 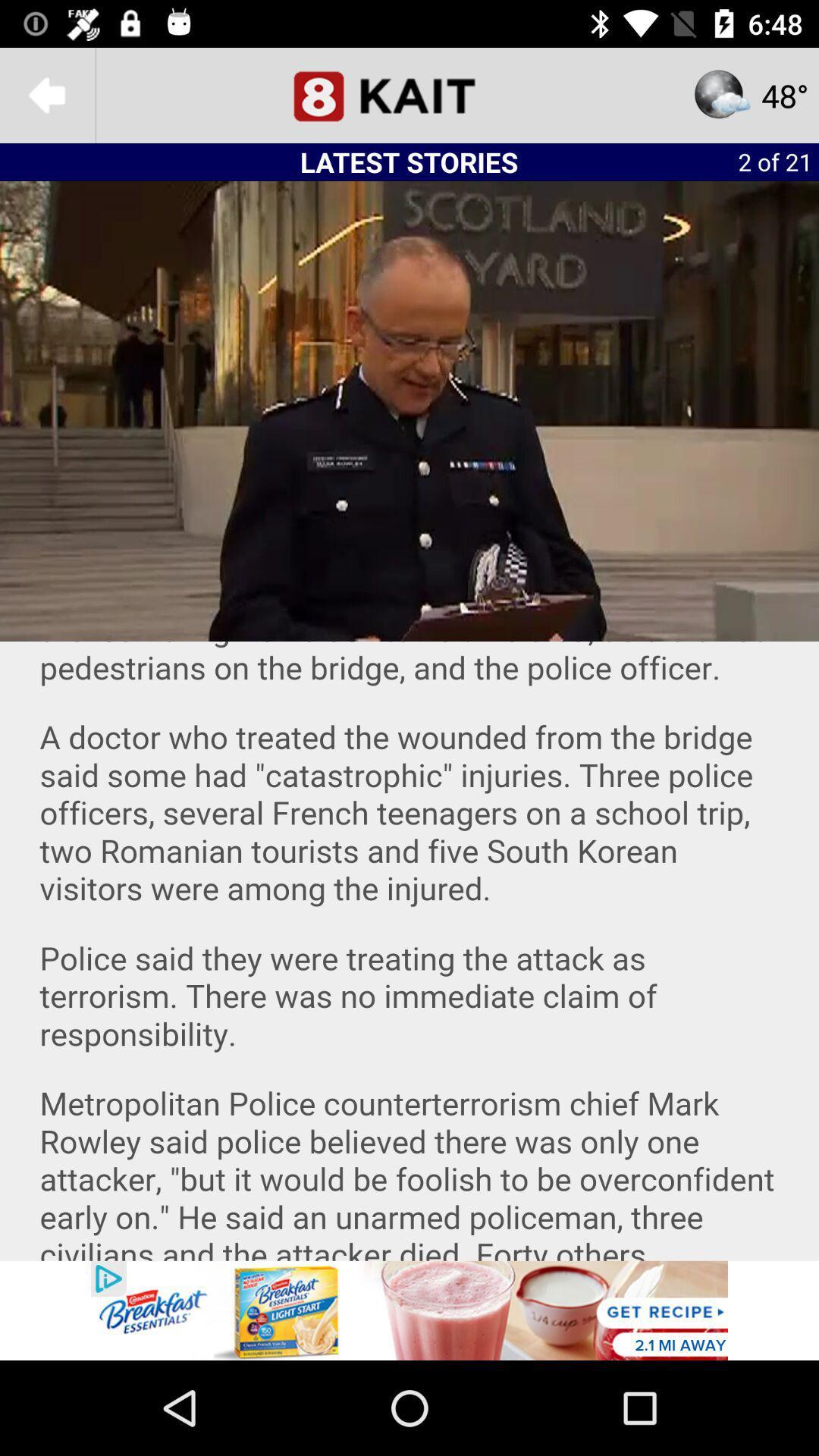 What do you see at coordinates (409, 1310) in the screenshot?
I see `open advertisement` at bounding box center [409, 1310].